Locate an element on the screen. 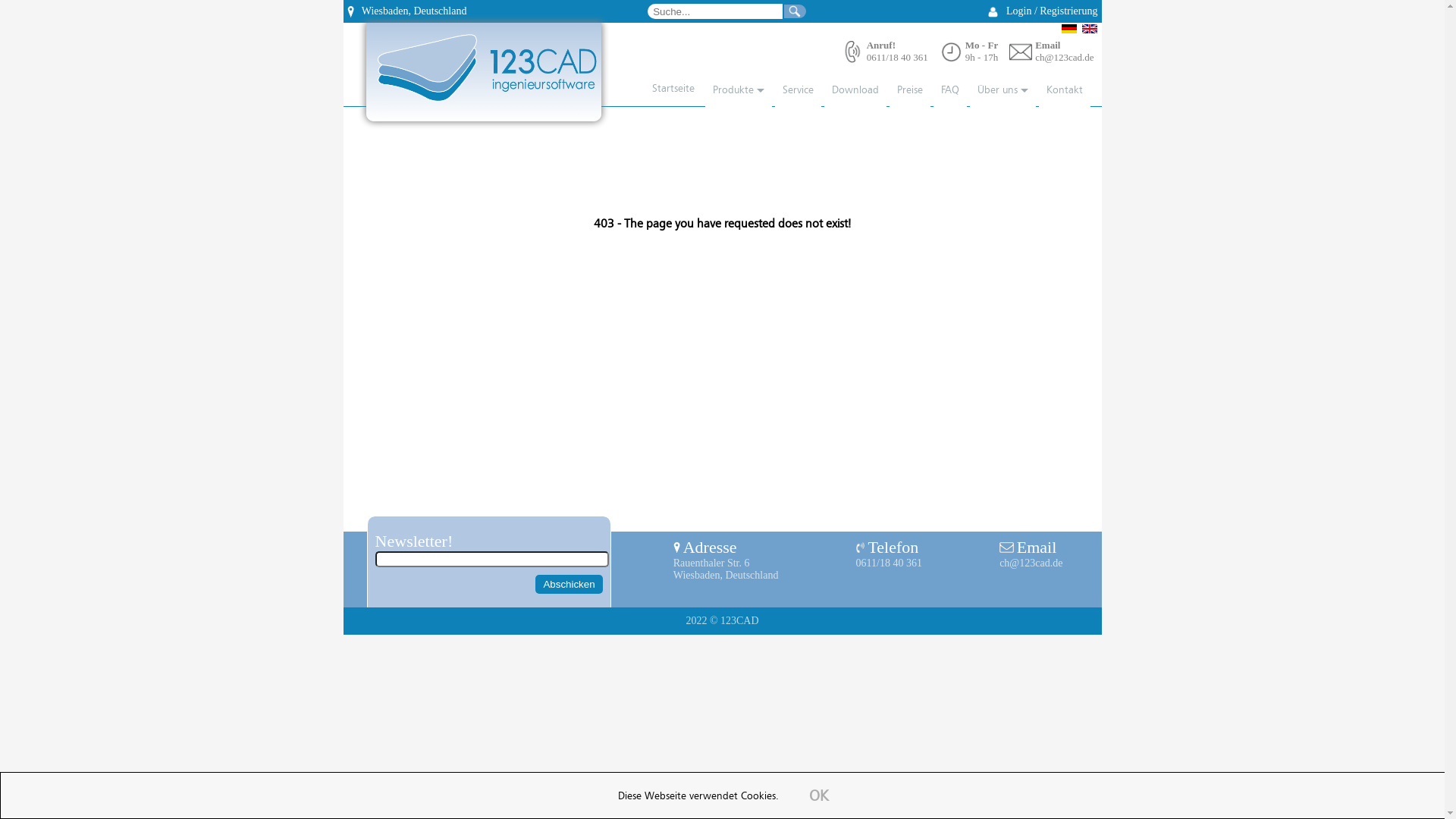 Image resolution: width=1456 pixels, height=819 pixels. 'Download' is located at coordinates (822, 90).